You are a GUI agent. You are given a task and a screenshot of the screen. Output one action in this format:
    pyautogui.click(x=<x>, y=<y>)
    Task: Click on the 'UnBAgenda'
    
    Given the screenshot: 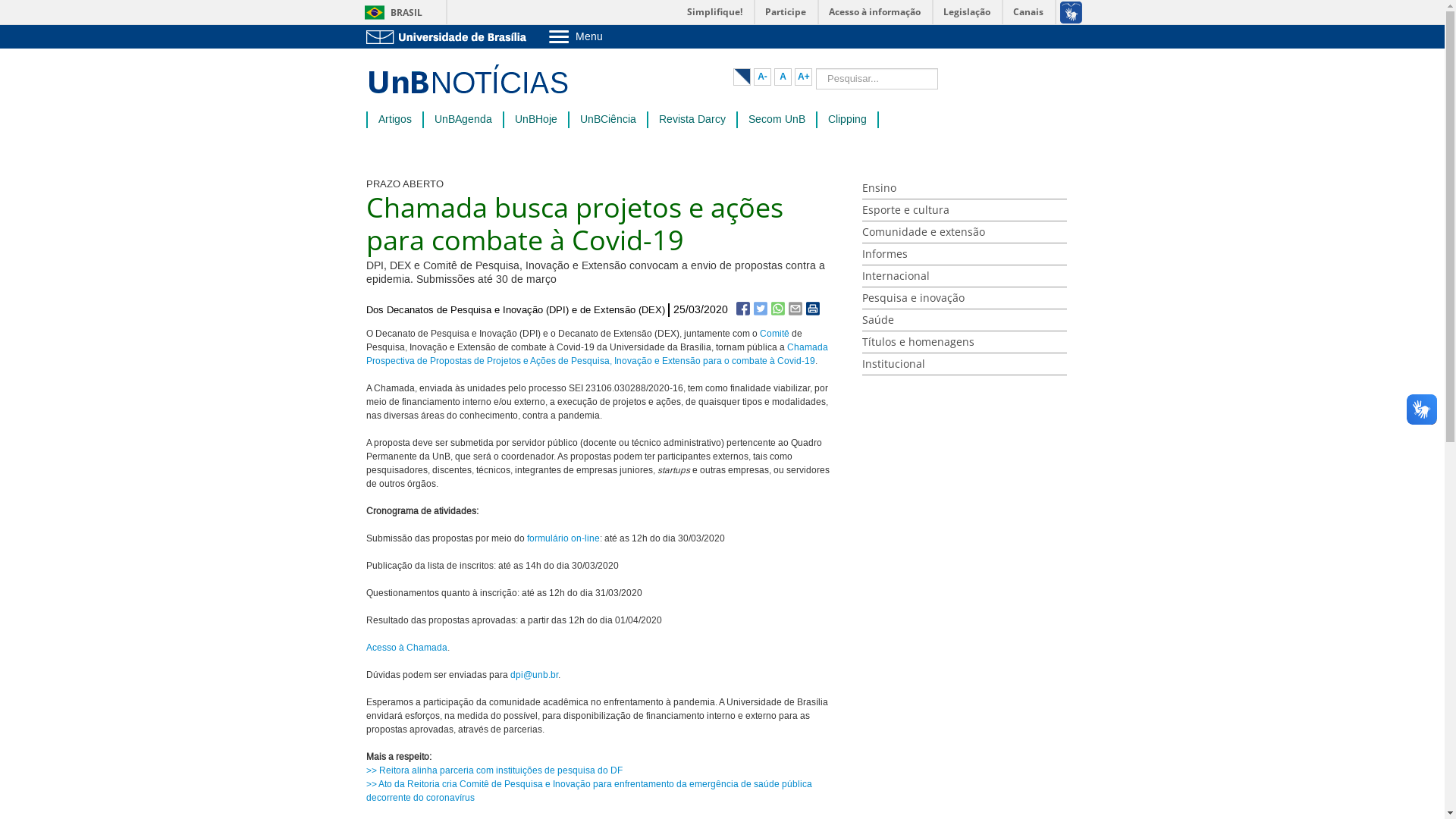 What is the action you would take?
    pyautogui.click(x=461, y=119)
    